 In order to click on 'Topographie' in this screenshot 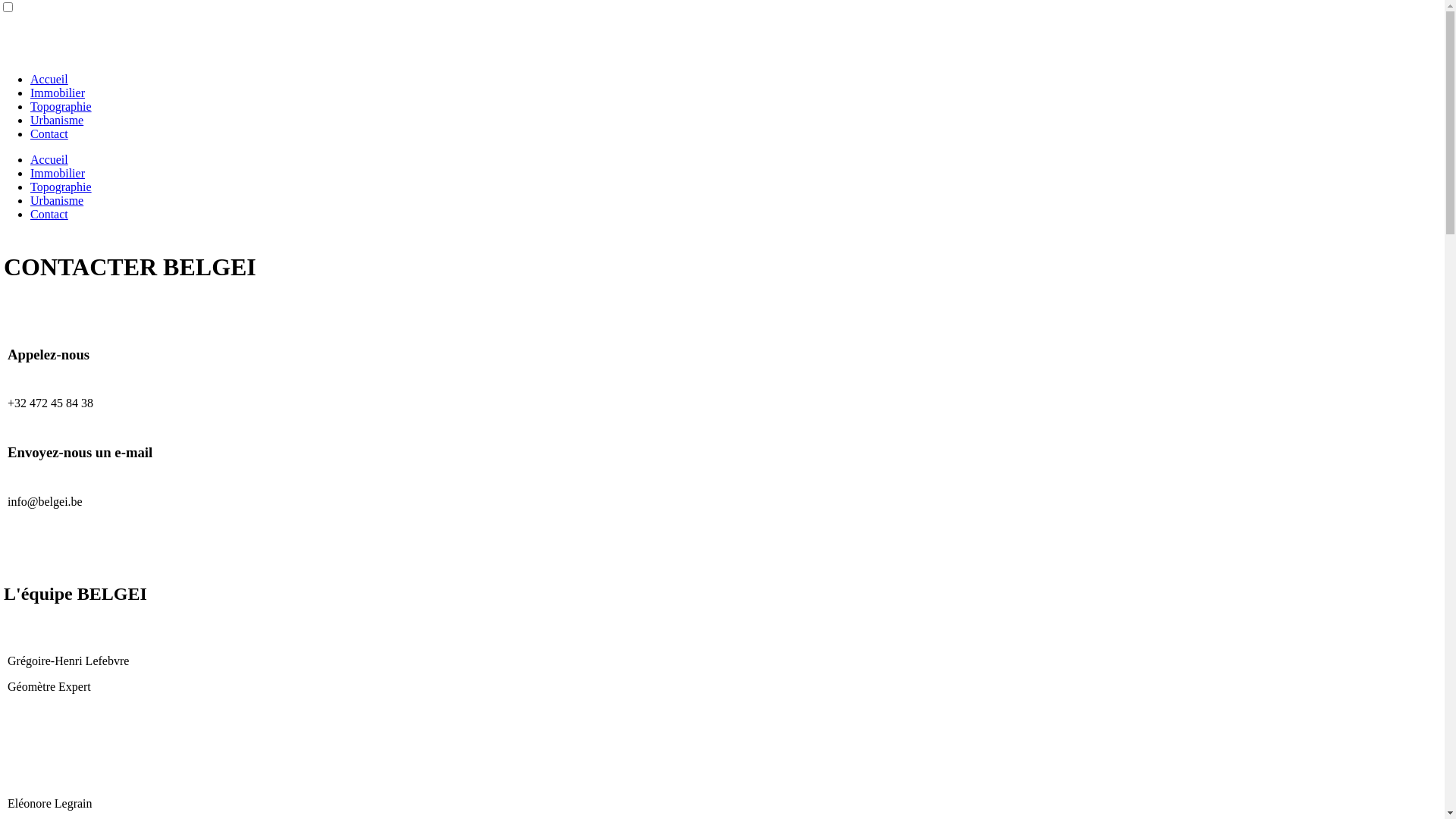, I will do `click(61, 186)`.